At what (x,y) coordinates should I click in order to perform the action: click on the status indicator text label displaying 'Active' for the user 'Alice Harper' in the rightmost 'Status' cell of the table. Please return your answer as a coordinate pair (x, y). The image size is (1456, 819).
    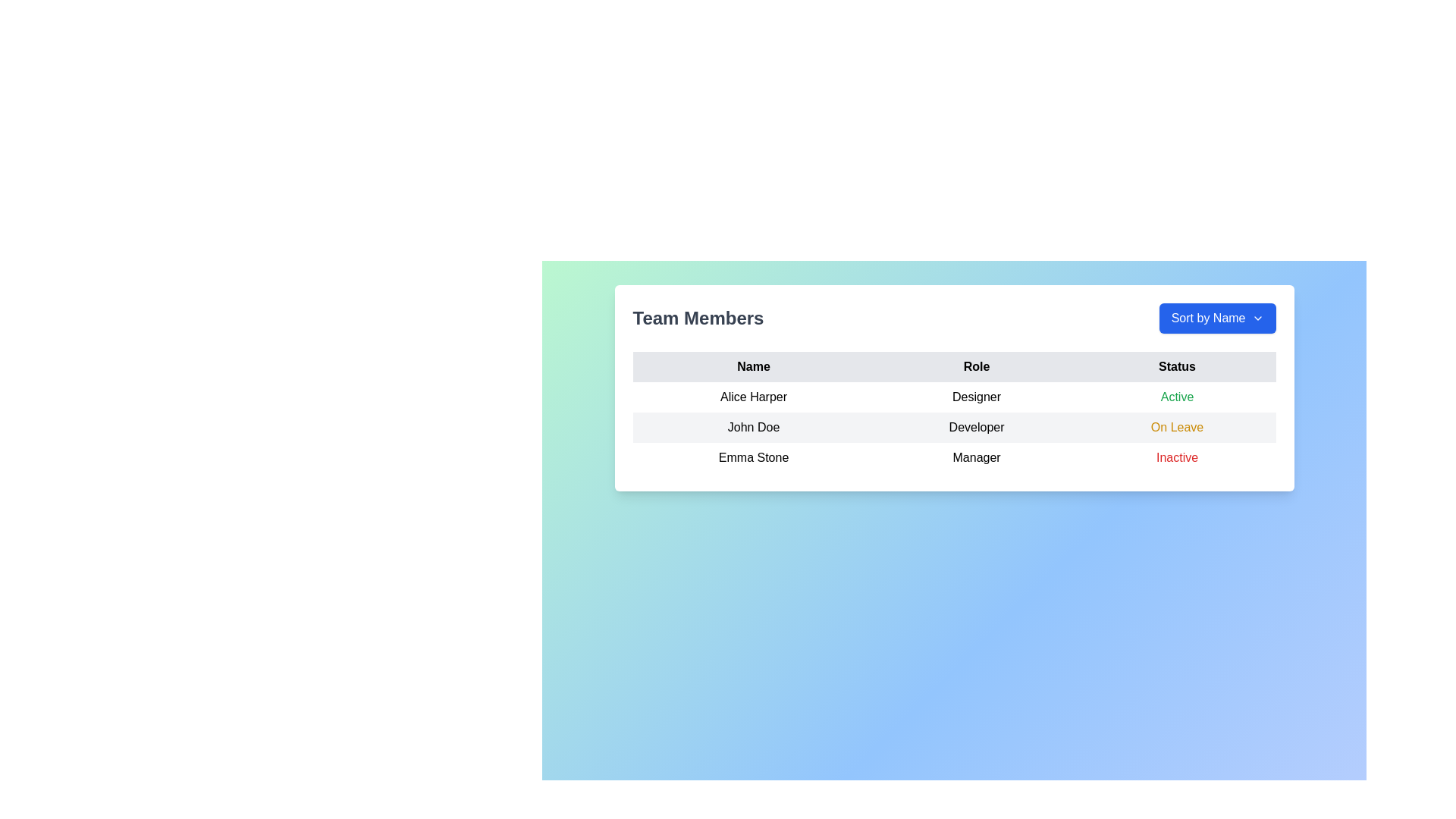
    Looking at the image, I should click on (1176, 397).